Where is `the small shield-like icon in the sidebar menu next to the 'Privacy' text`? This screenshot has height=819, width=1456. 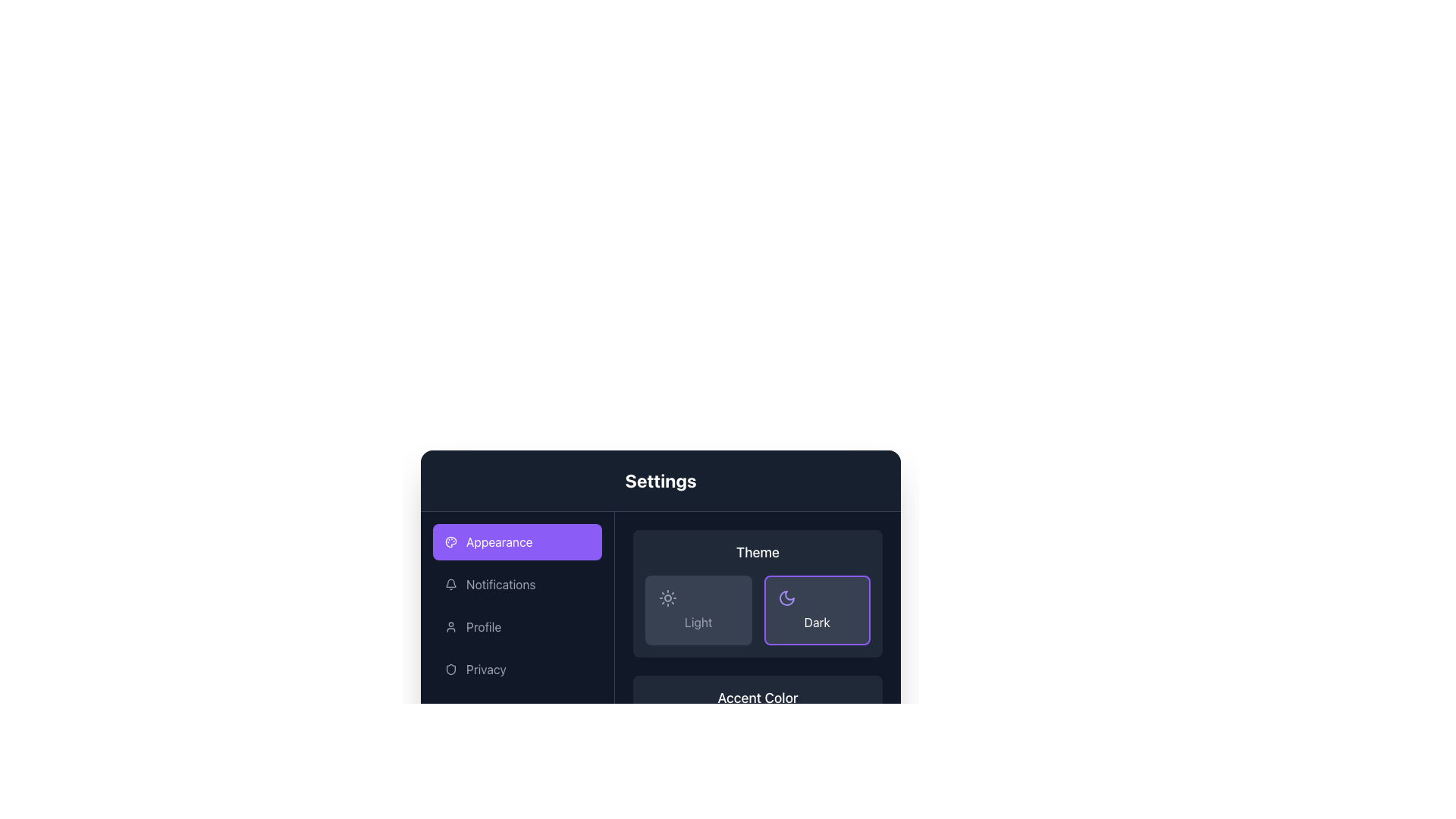 the small shield-like icon in the sidebar menu next to the 'Privacy' text is located at coordinates (450, 669).